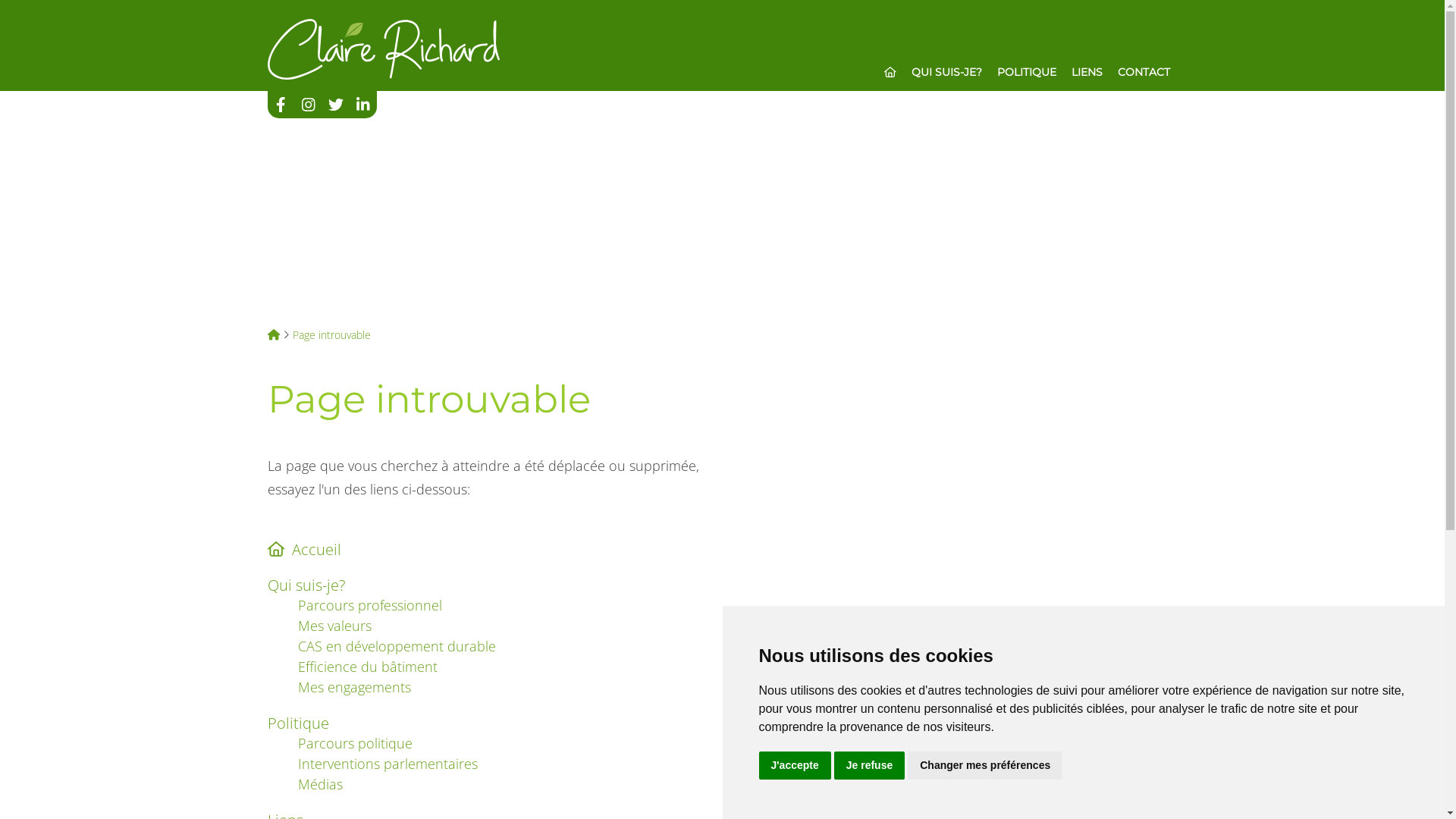 The height and width of the screenshot is (819, 1456). Describe the element at coordinates (387, 763) in the screenshot. I see `'Interventions parlementaires'` at that location.